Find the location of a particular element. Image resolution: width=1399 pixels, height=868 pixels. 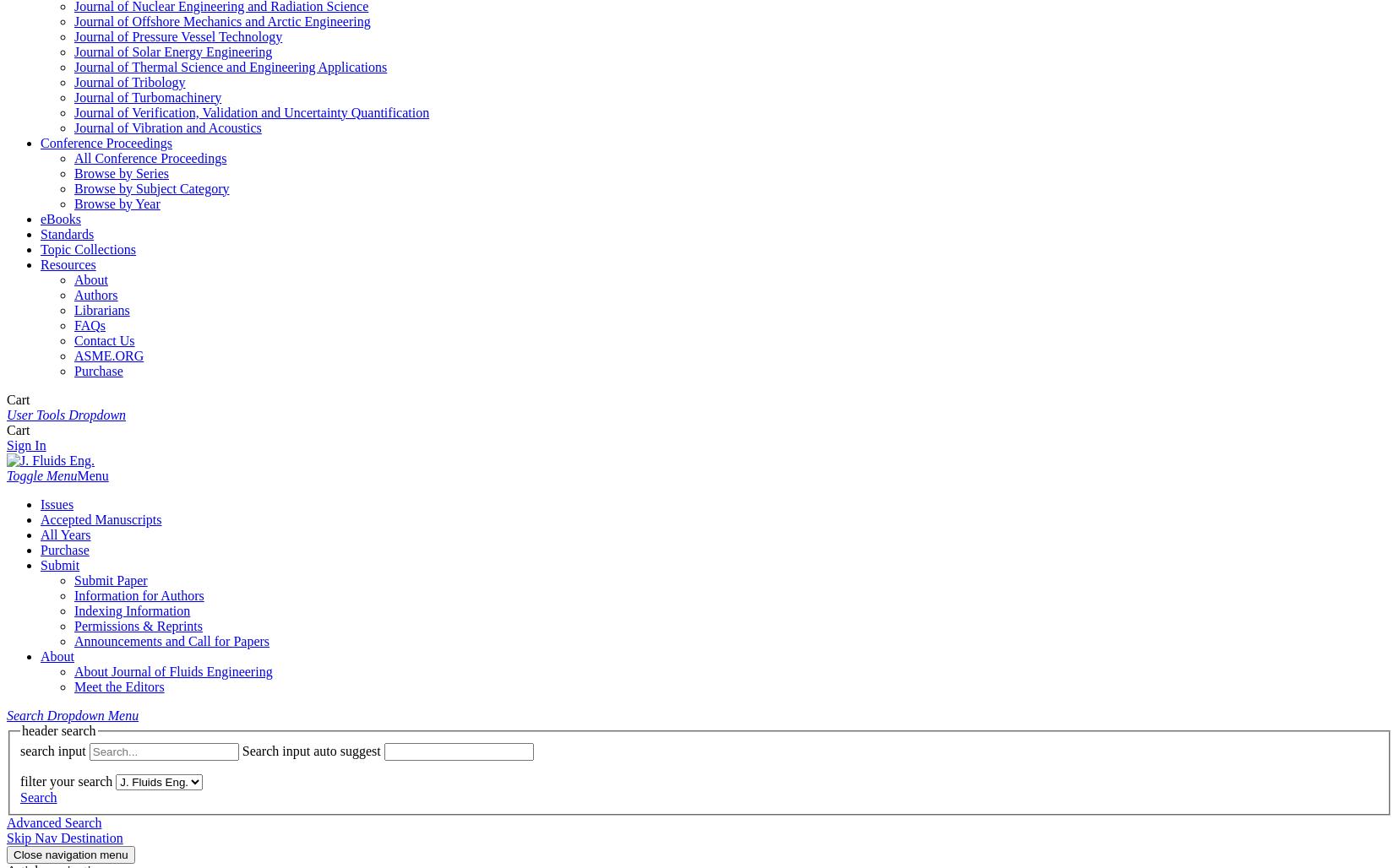

'Journal of Vibration and Acoustics' is located at coordinates (166, 127).